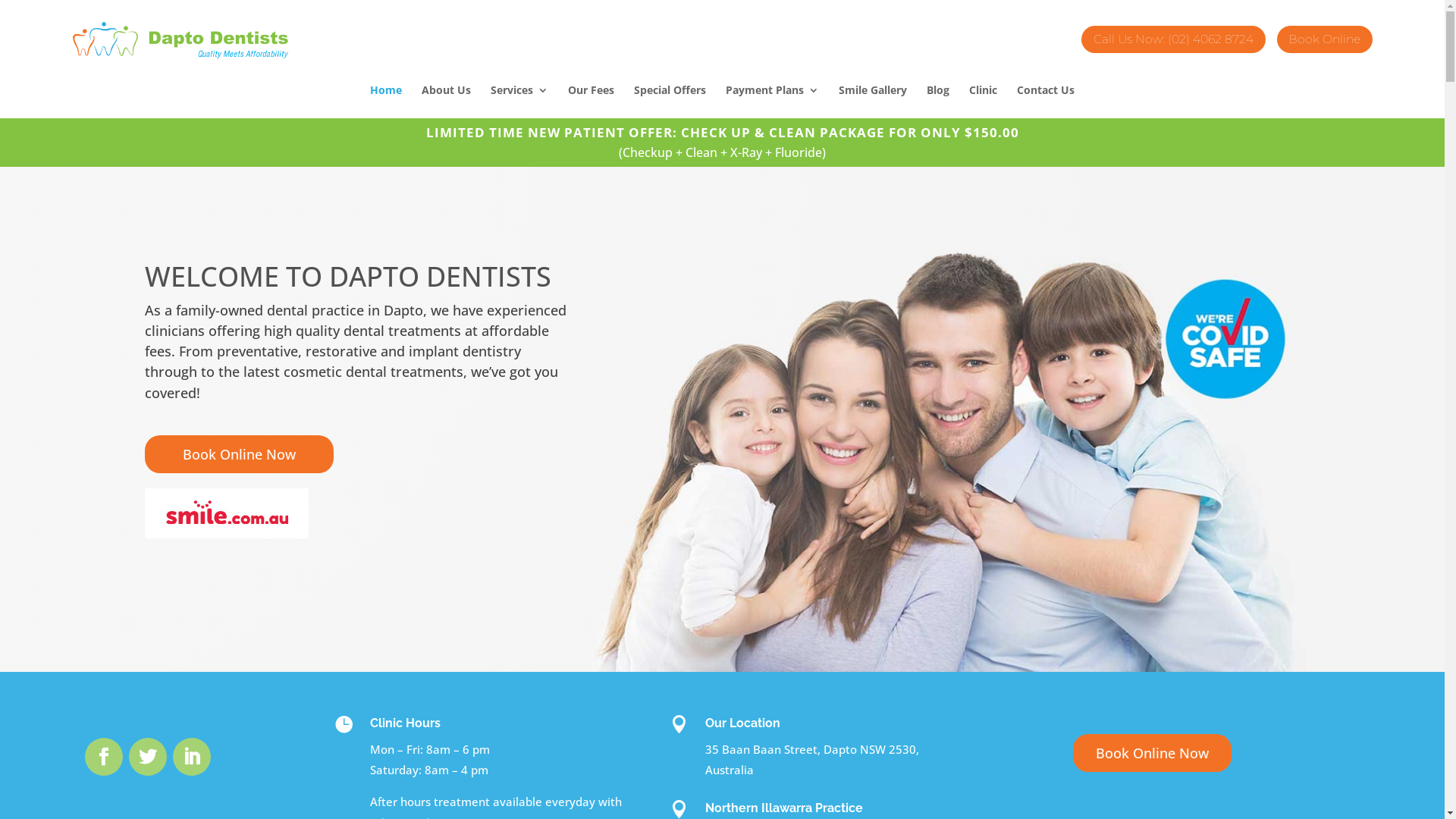 Image resolution: width=1456 pixels, height=819 pixels. I want to click on 'smile.com.au', so click(144, 513).